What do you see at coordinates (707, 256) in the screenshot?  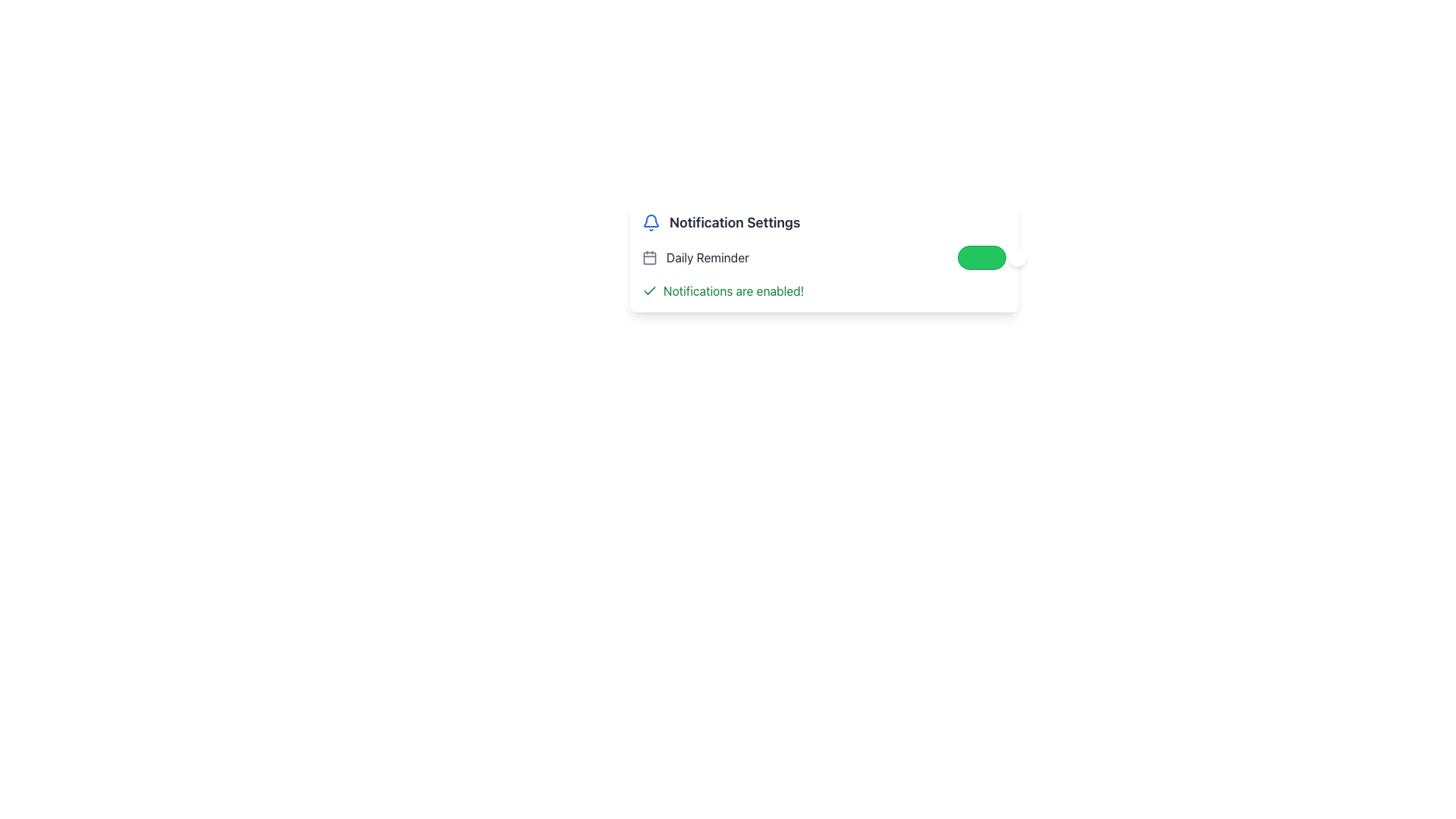 I see `the non-interactive text label that describes the reminder feature within the Notification Settings interface, located to the right of the calendar icon` at bounding box center [707, 256].